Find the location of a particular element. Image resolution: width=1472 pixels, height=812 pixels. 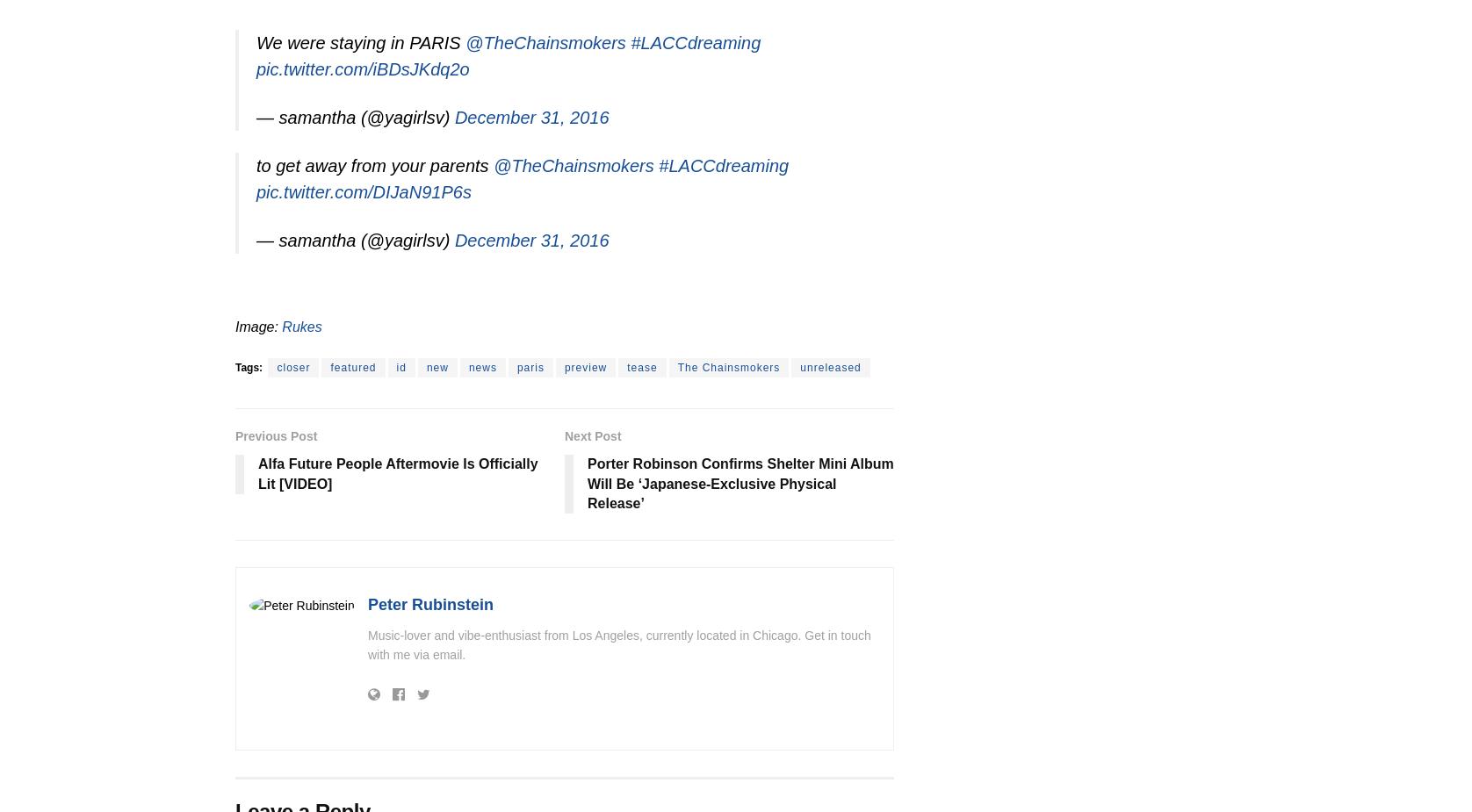

'Previous Post' is located at coordinates (275, 435).